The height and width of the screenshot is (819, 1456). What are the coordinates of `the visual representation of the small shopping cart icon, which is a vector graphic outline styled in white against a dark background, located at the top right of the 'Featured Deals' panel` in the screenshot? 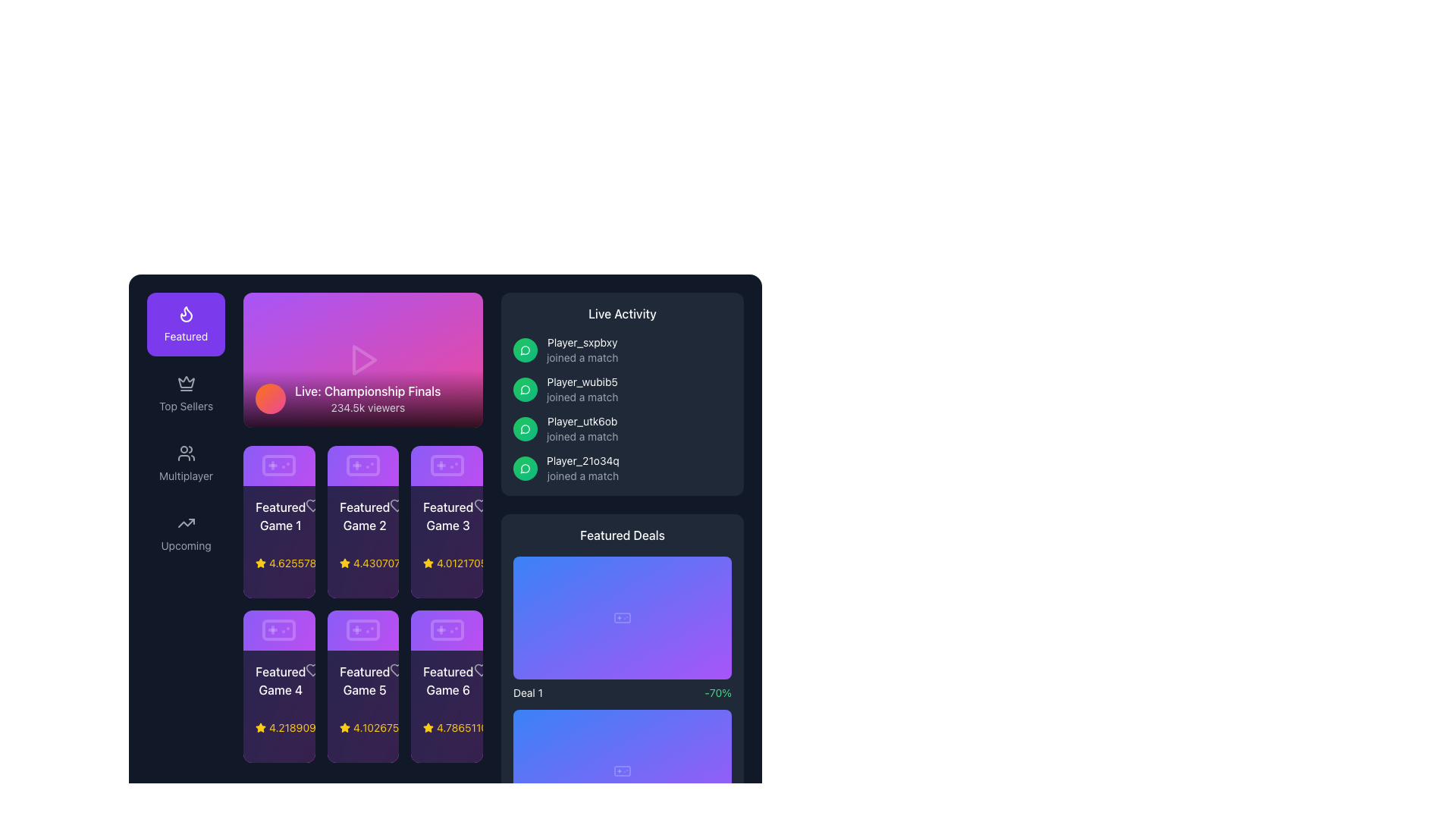 It's located at (628, 563).